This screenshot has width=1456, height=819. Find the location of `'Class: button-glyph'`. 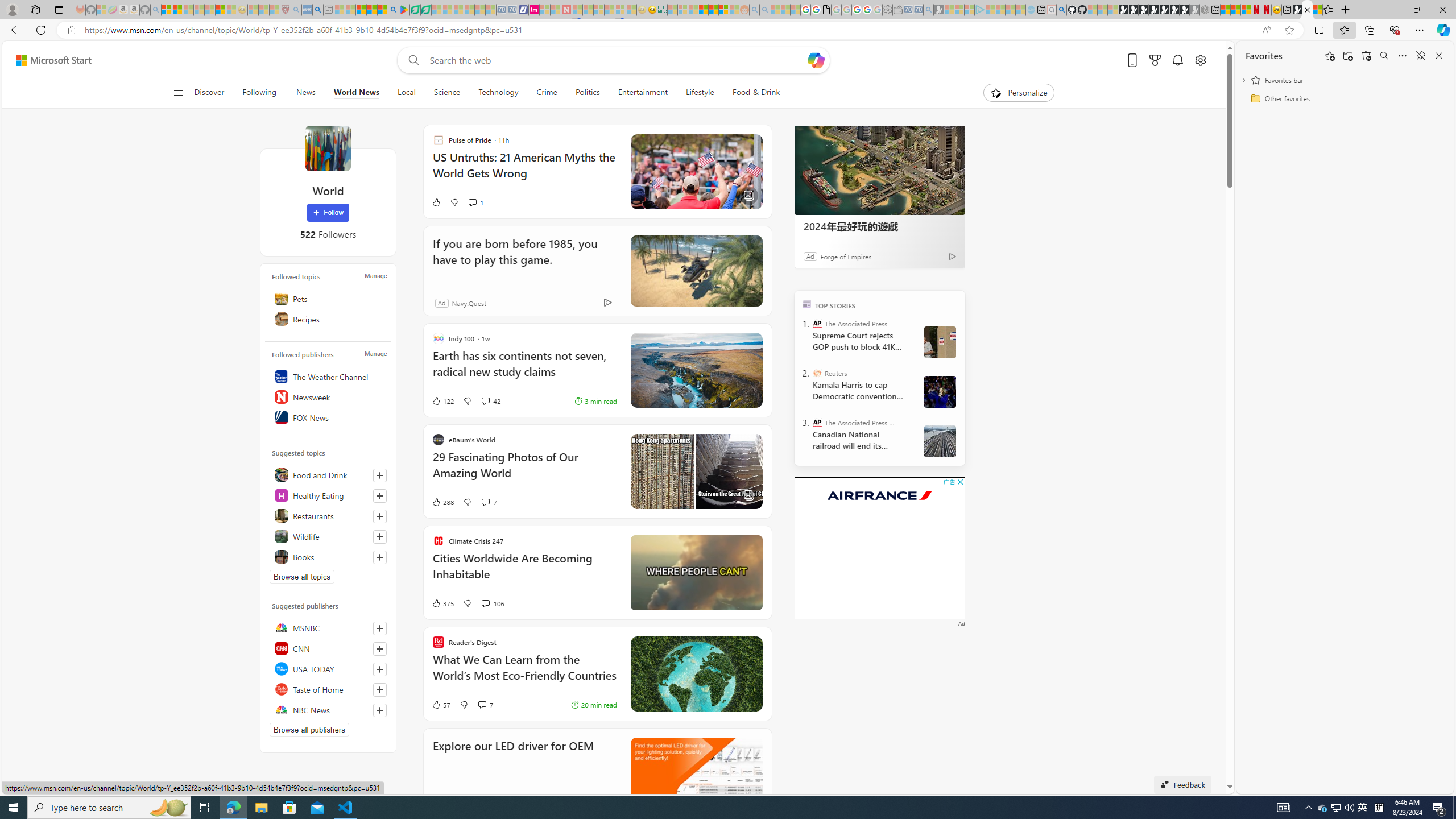

'Class: button-glyph' is located at coordinates (178, 92).